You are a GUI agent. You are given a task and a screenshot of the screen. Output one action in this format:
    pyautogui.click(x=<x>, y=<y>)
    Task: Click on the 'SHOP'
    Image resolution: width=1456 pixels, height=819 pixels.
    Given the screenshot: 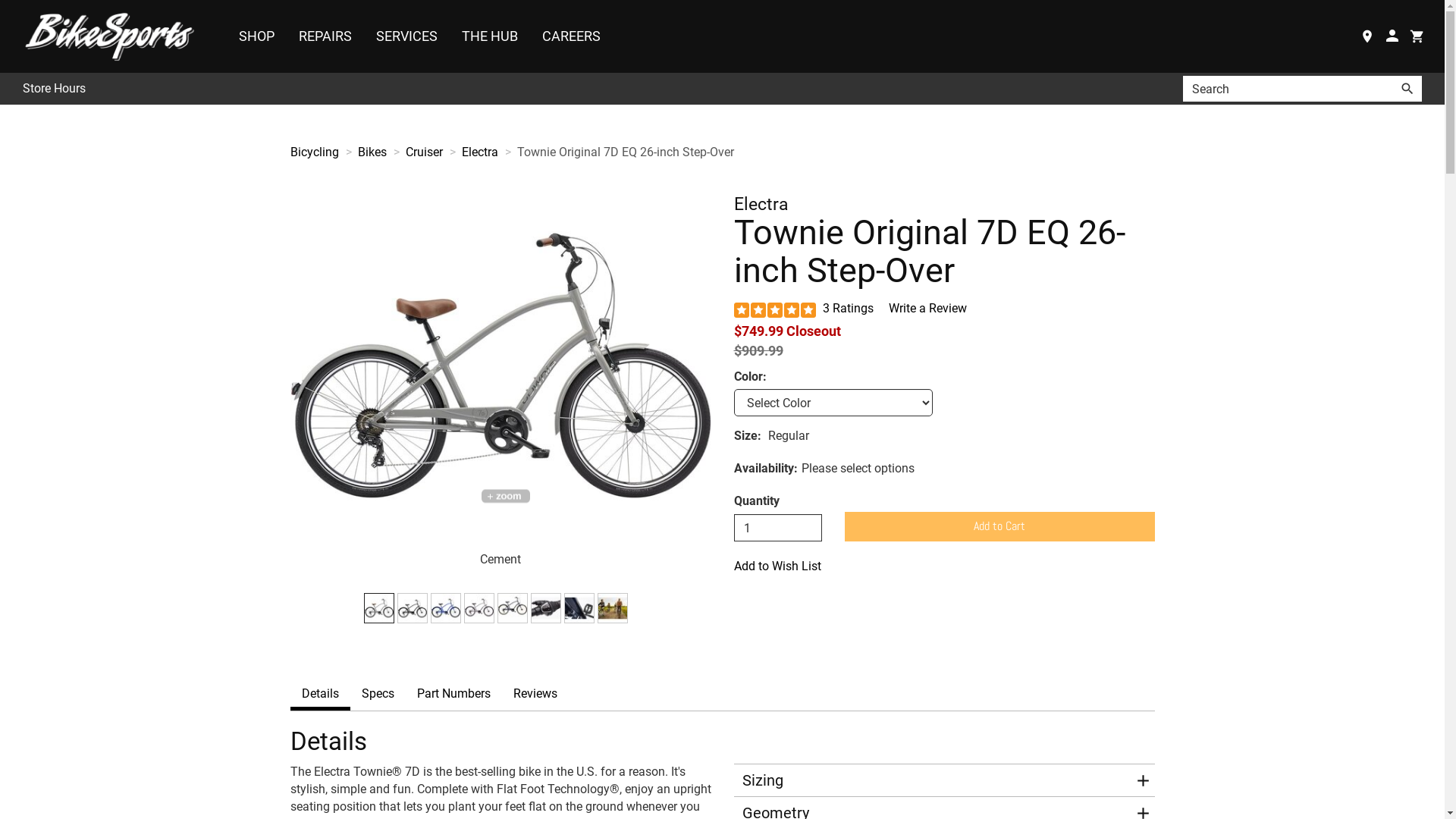 What is the action you would take?
    pyautogui.click(x=256, y=35)
    